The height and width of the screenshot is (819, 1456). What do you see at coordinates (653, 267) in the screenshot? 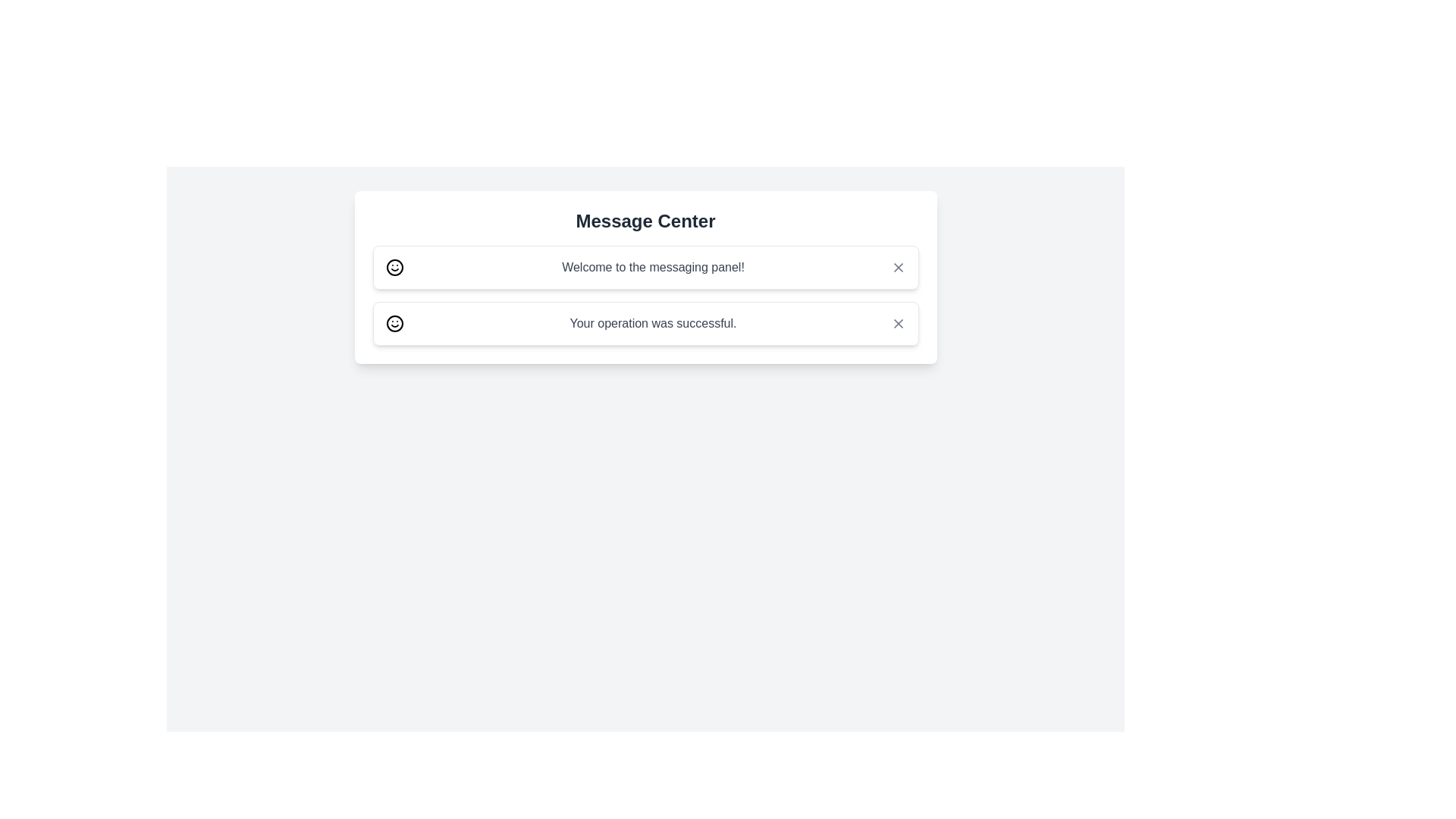
I see `the welcoming message in the first notification panel of the 'Message Center' interface, which provides contextual information related to the messaging panel` at bounding box center [653, 267].